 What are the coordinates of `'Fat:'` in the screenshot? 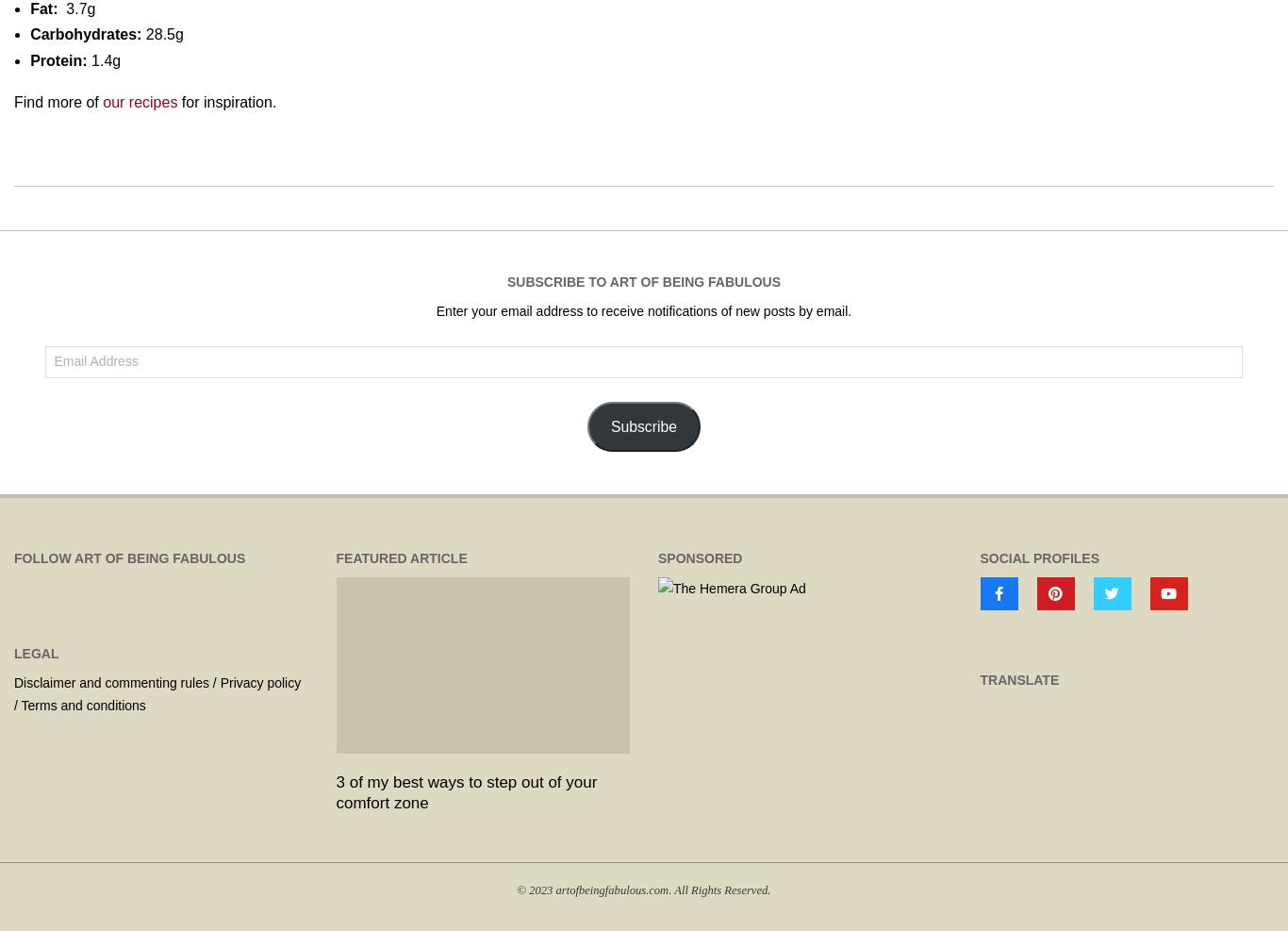 It's located at (45, 7).